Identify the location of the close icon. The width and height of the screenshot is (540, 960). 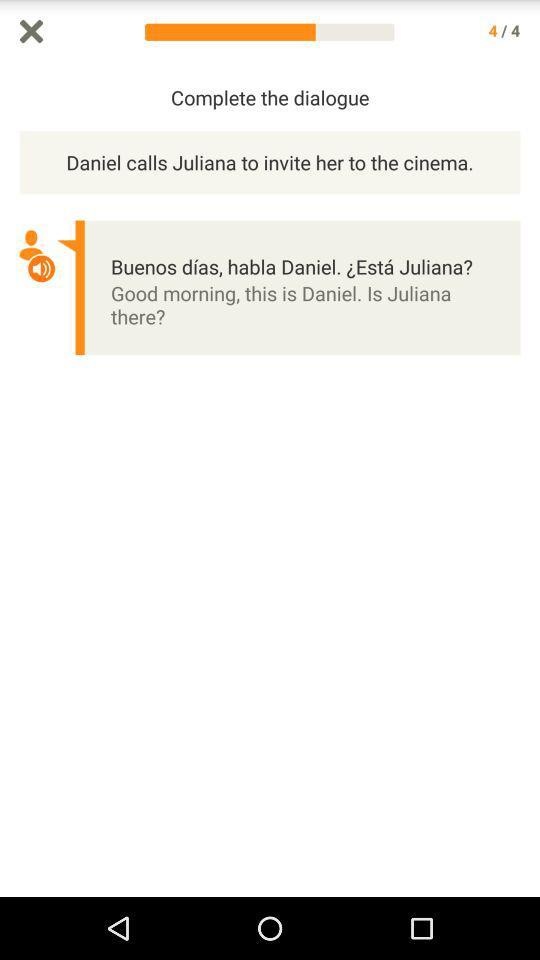
(30, 32).